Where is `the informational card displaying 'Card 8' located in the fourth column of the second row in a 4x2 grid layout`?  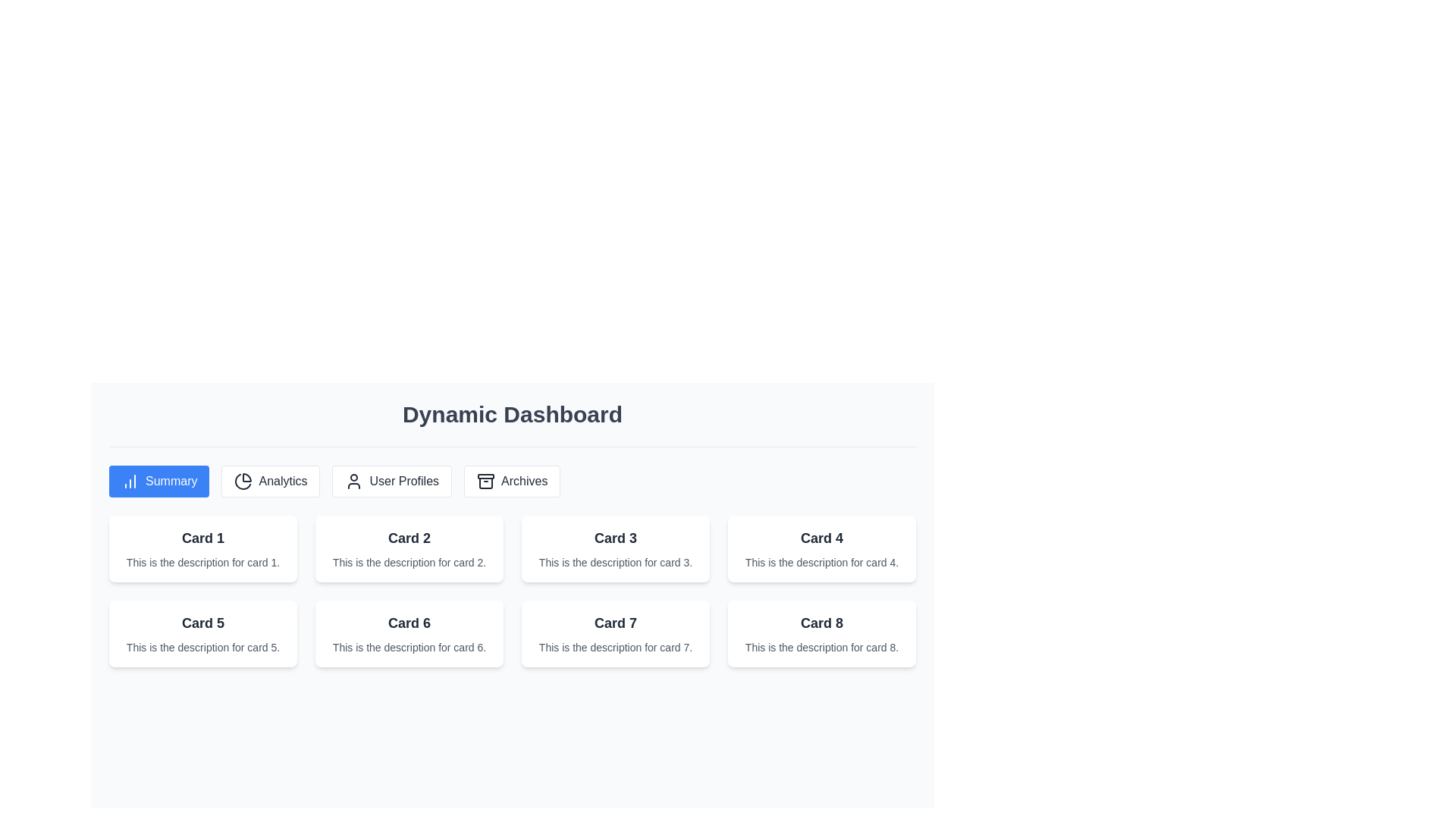 the informational card displaying 'Card 8' located in the fourth column of the second row in a 4x2 grid layout is located at coordinates (821, 634).